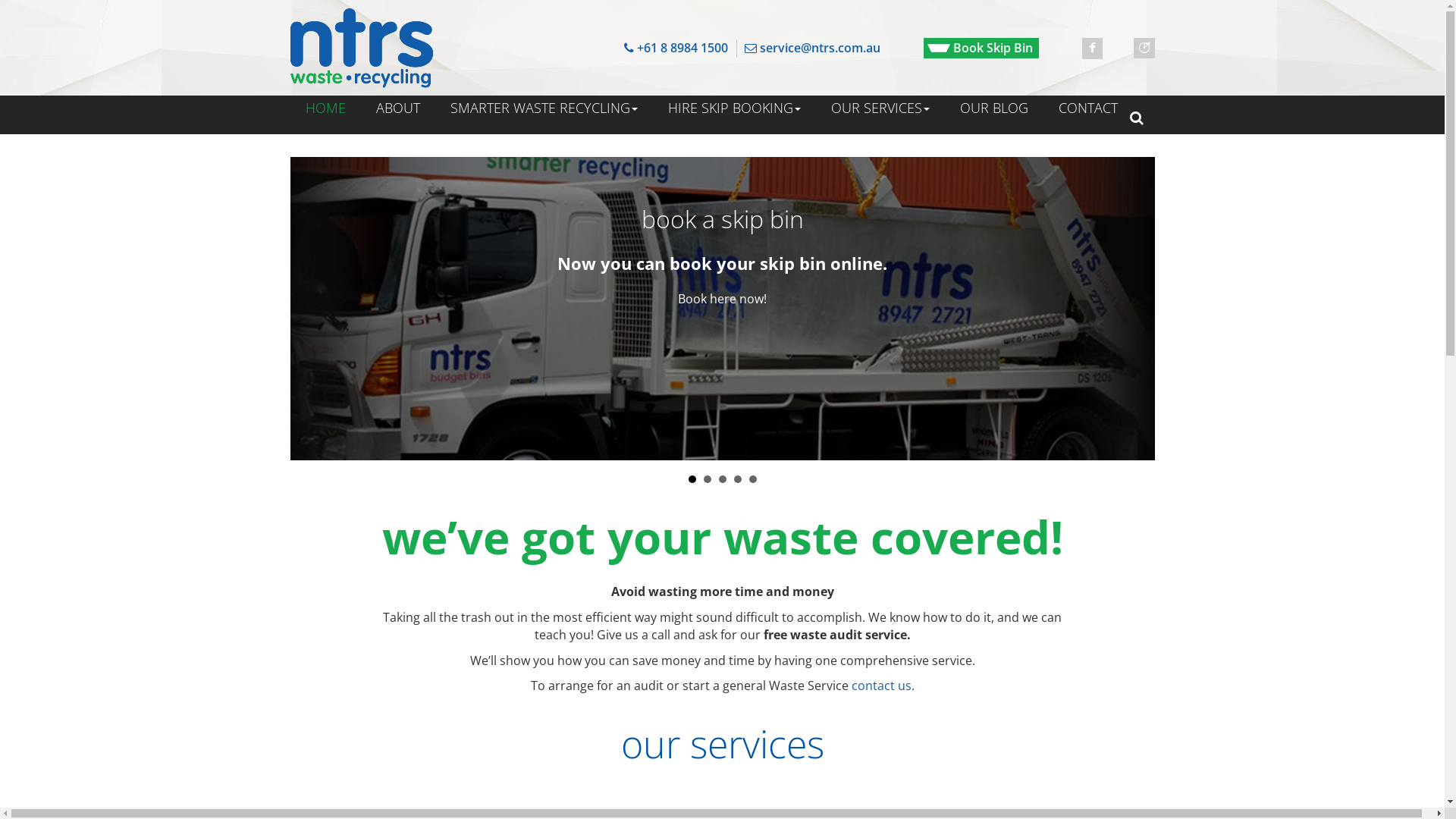  Describe the element at coordinates (880, 685) in the screenshot. I see `'contact us'` at that location.